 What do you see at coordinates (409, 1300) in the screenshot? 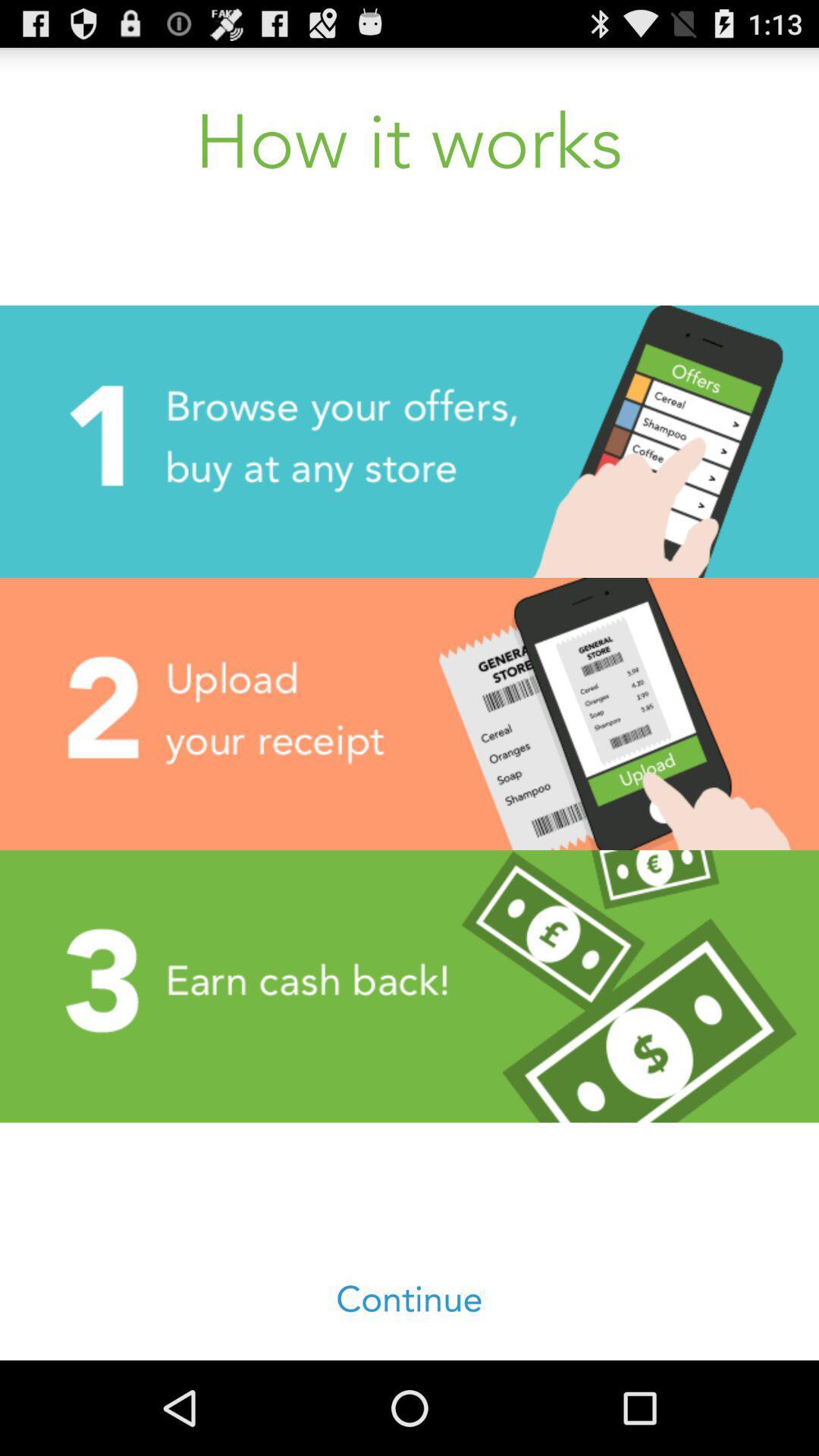
I see `the continue` at bounding box center [409, 1300].